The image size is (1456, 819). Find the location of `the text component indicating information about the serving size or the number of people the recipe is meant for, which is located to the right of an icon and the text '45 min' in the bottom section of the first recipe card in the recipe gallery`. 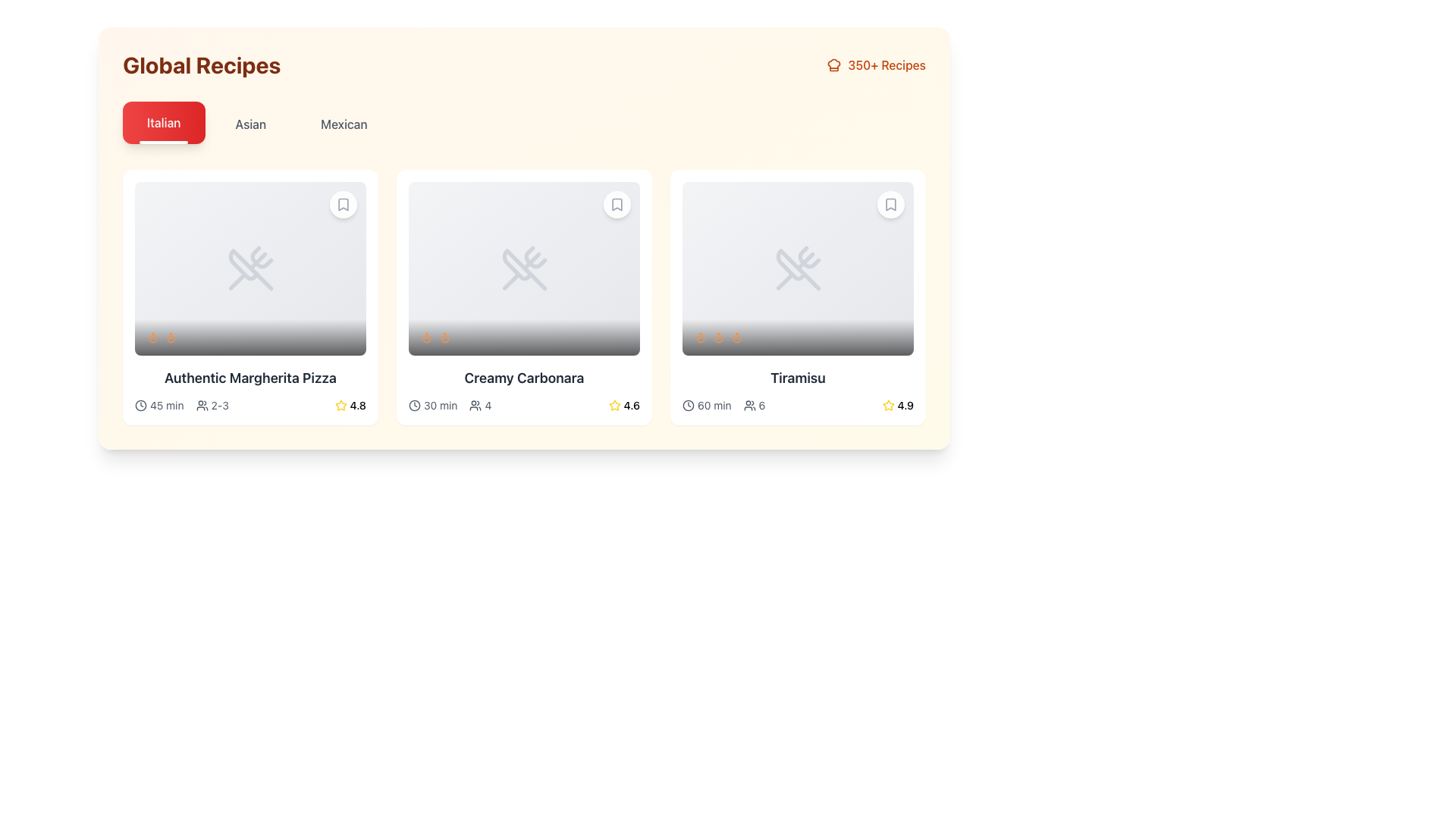

the text component indicating information about the serving size or the number of people the recipe is meant for, which is located to the right of an icon and the text '45 min' in the bottom section of the first recipe card in the recipe gallery is located at coordinates (212, 404).